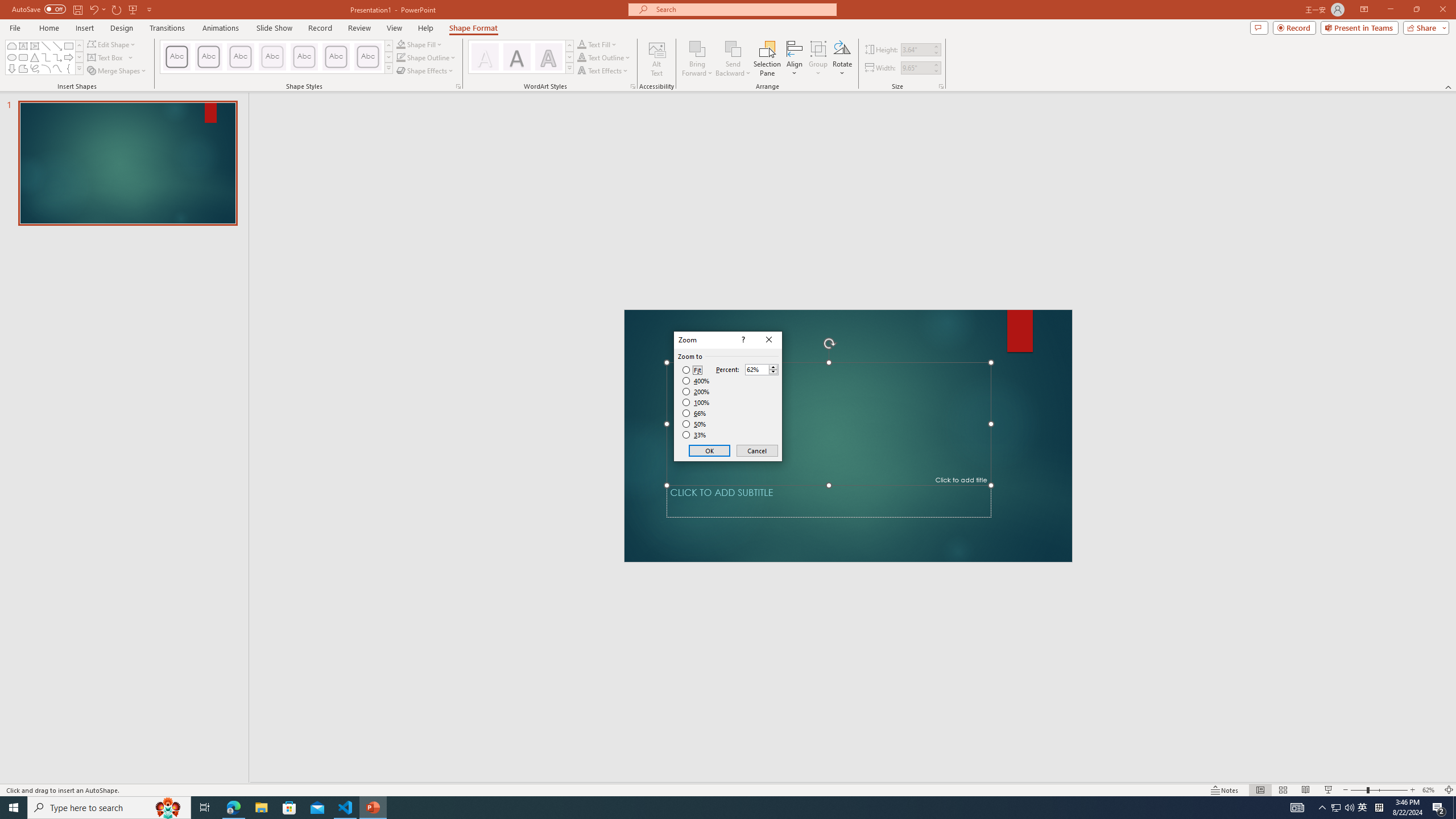 This screenshot has height=819, width=1456. What do you see at coordinates (916, 67) in the screenshot?
I see `'Shape Width'` at bounding box center [916, 67].